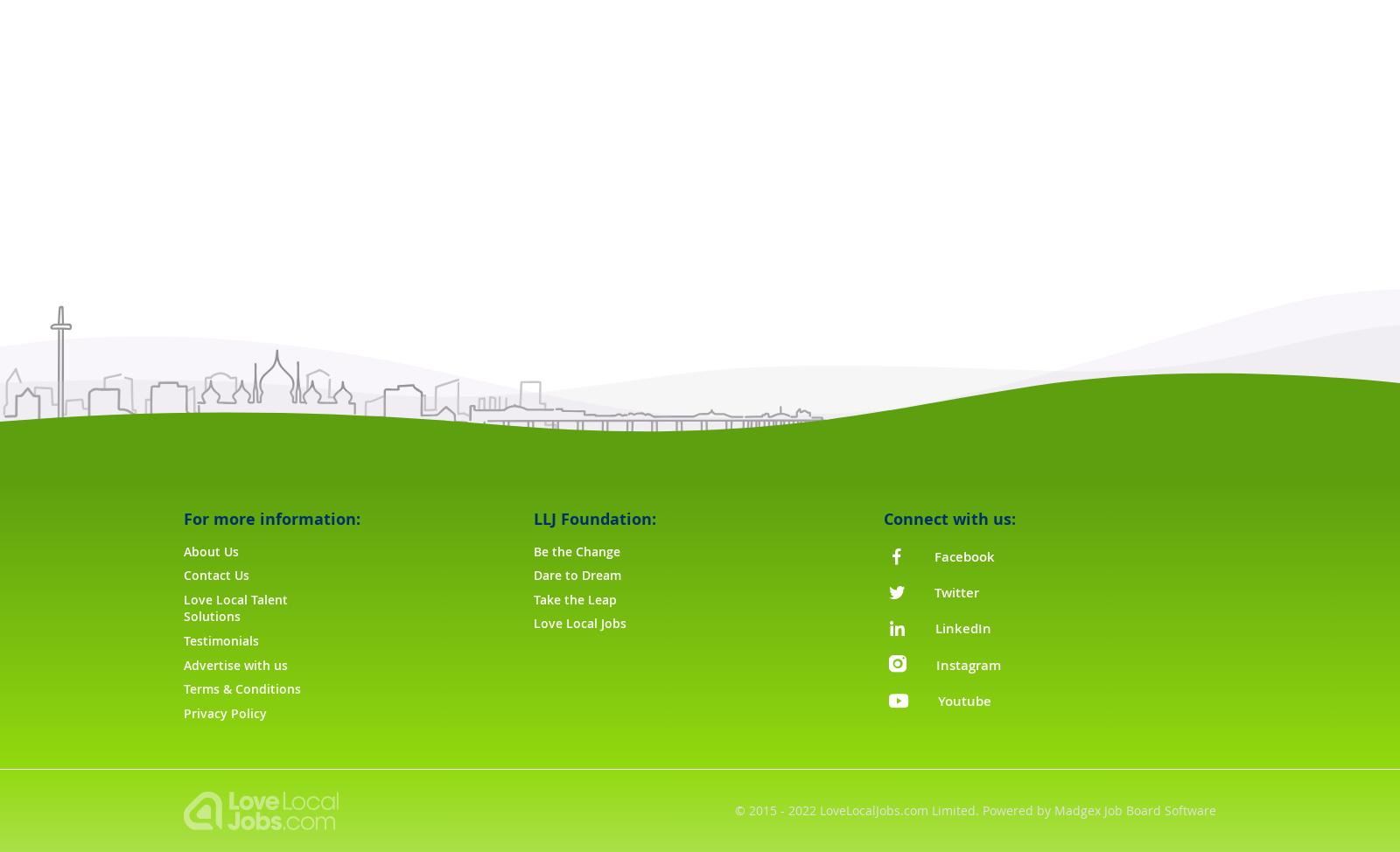  Describe the element at coordinates (576, 549) in the screenshot. I see `'Be the Change'` at that location.